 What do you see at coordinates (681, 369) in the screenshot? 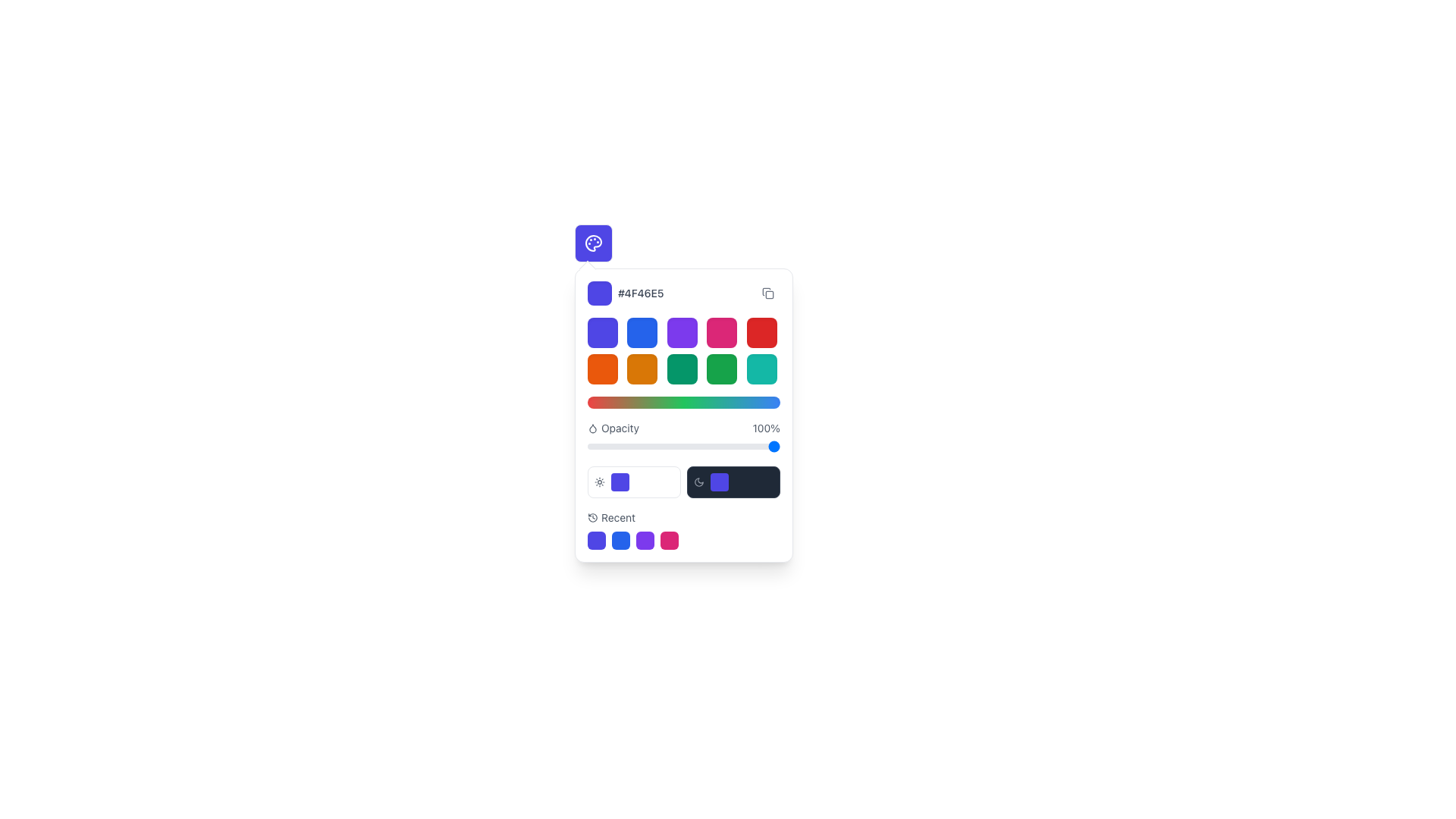
I see `the interactive green button with rounded corners located in the second row and third column of the grid layout` at bounding box center [681, 369].